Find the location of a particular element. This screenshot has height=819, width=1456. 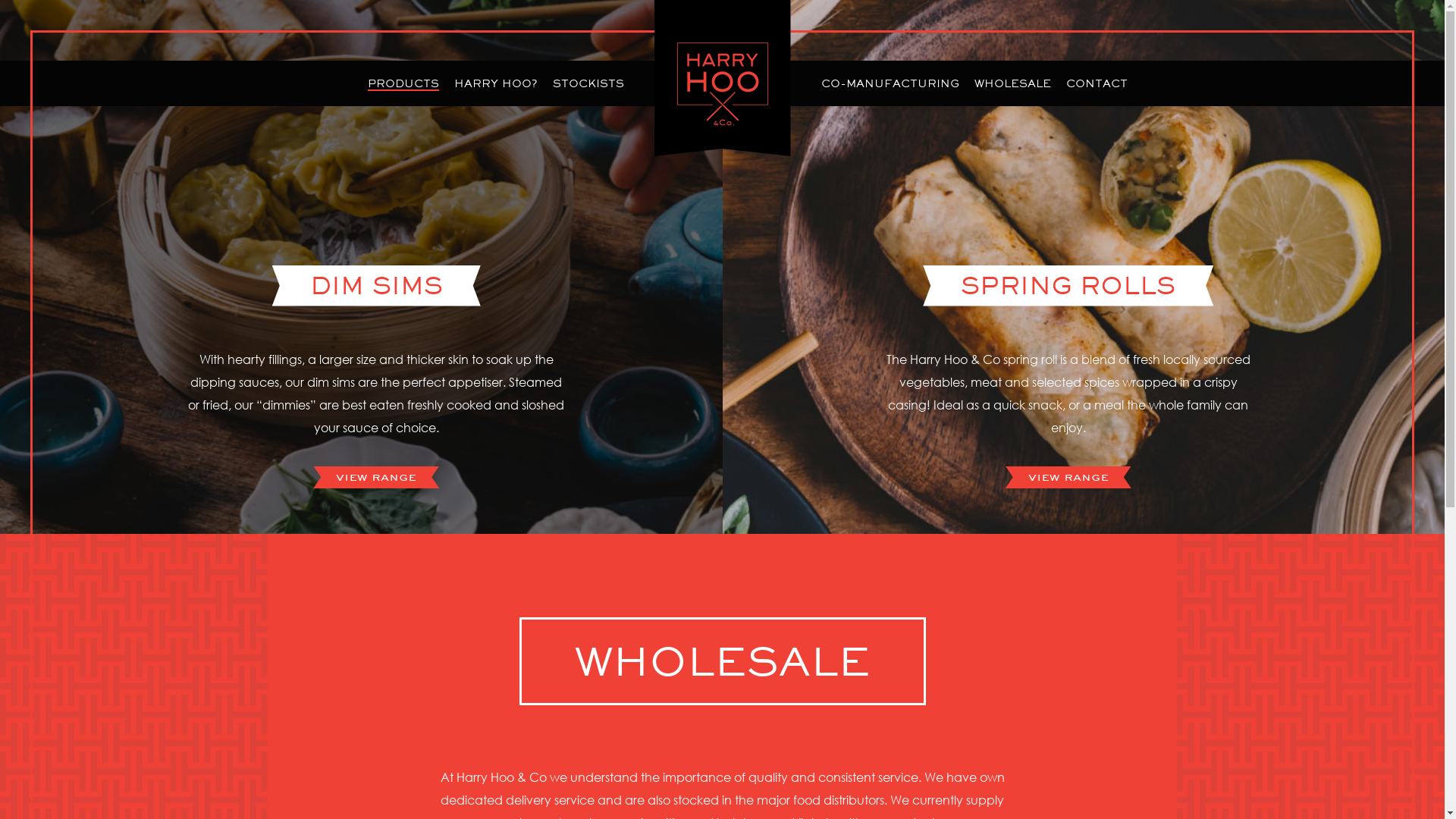

'view range' is located at coordinates (375, 476).